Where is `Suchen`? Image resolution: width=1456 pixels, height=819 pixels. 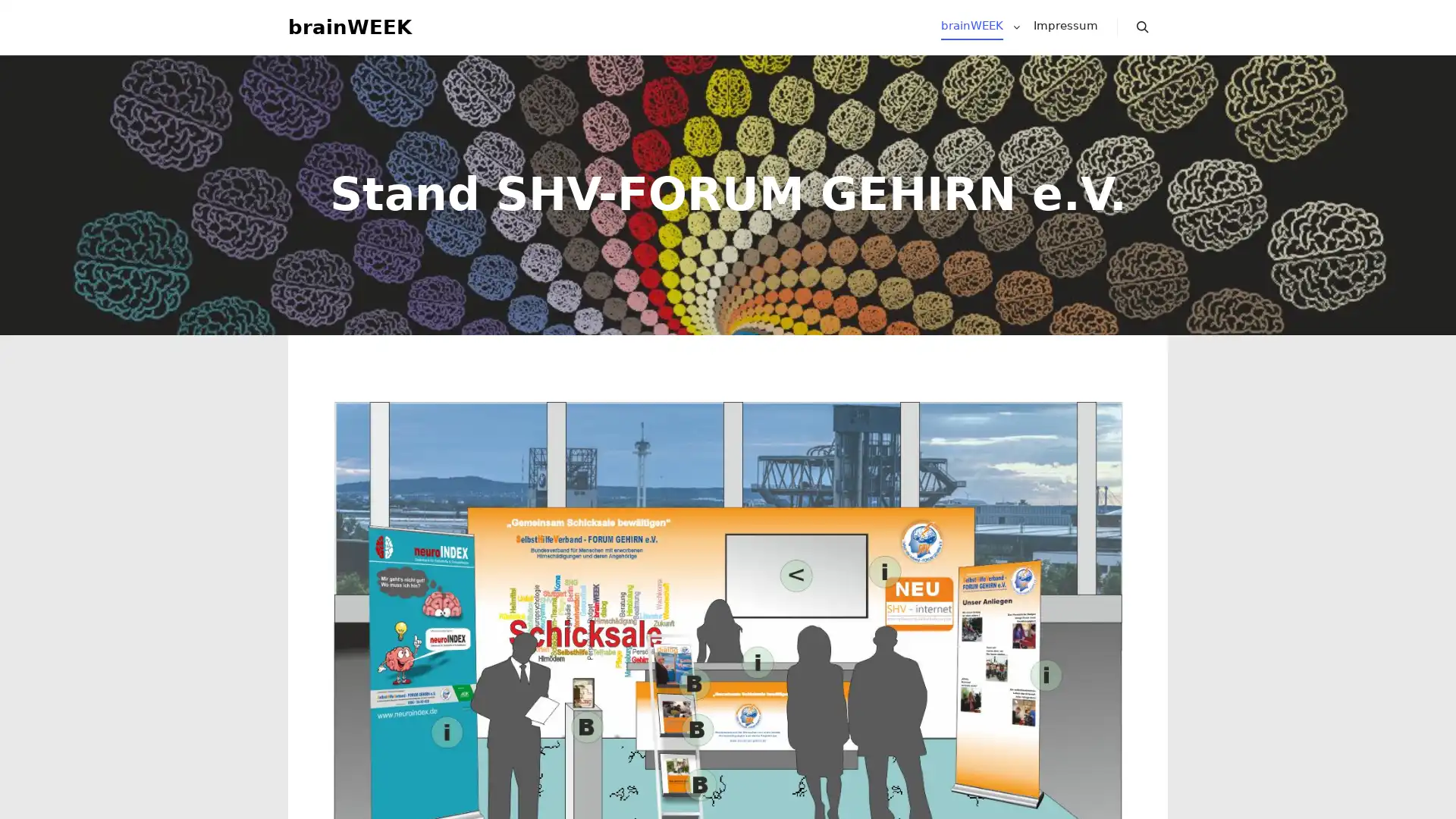 Suchen is located at coordinates (1143, 34).